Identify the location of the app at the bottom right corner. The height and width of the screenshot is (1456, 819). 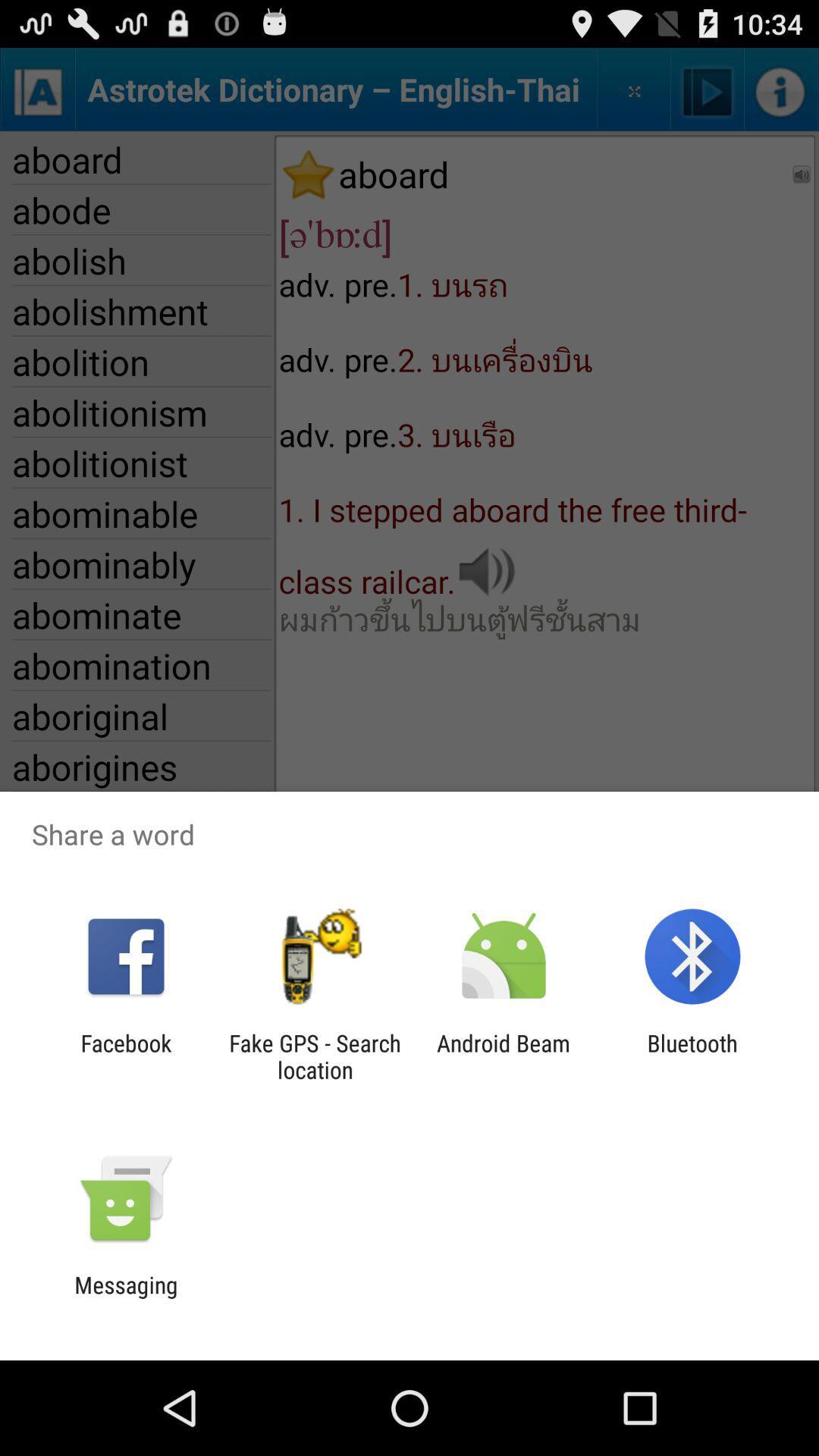
(692, 1056).